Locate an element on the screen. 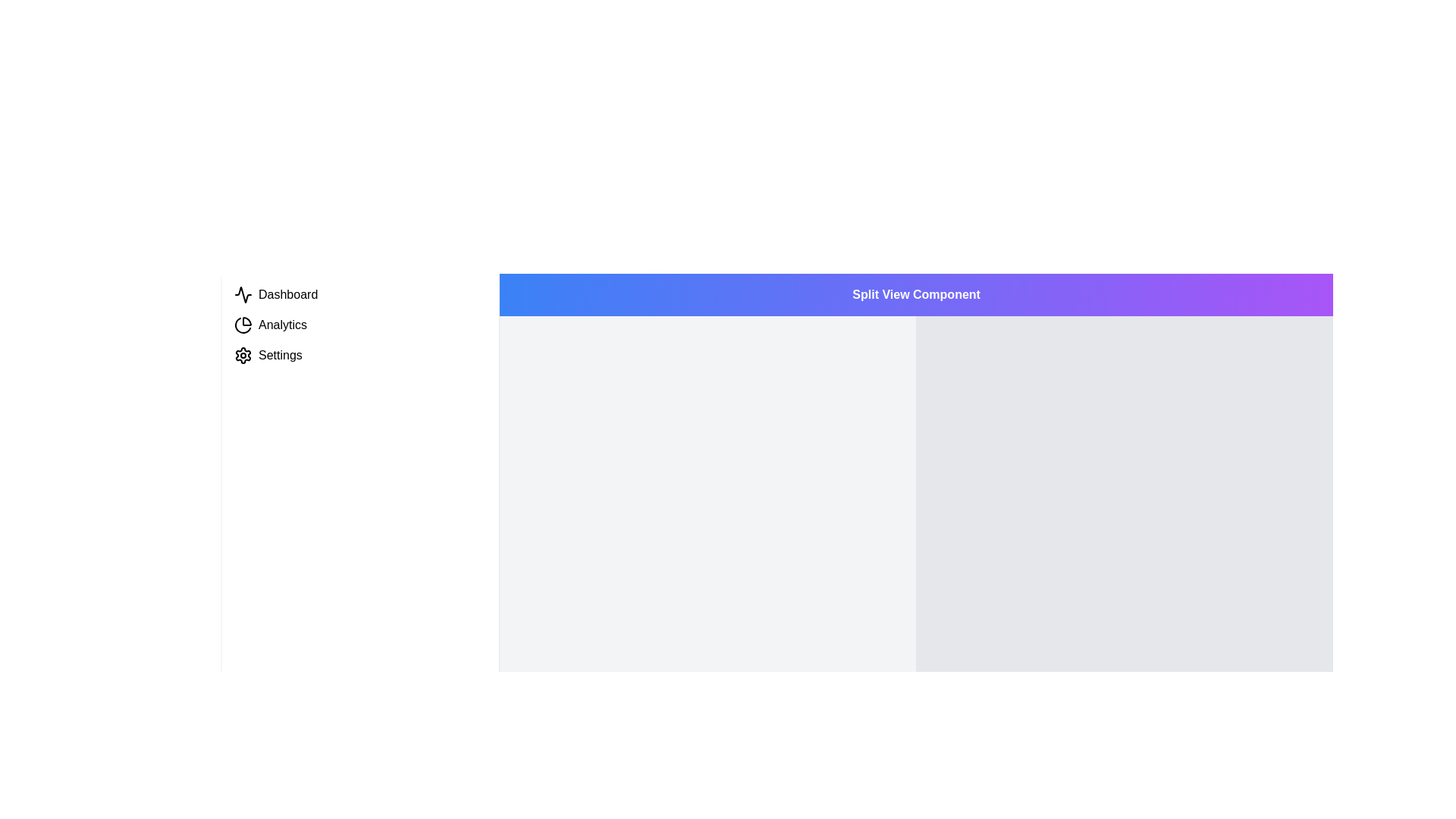  the second item in the vertical navigation list is located at coordinates (359, 324).